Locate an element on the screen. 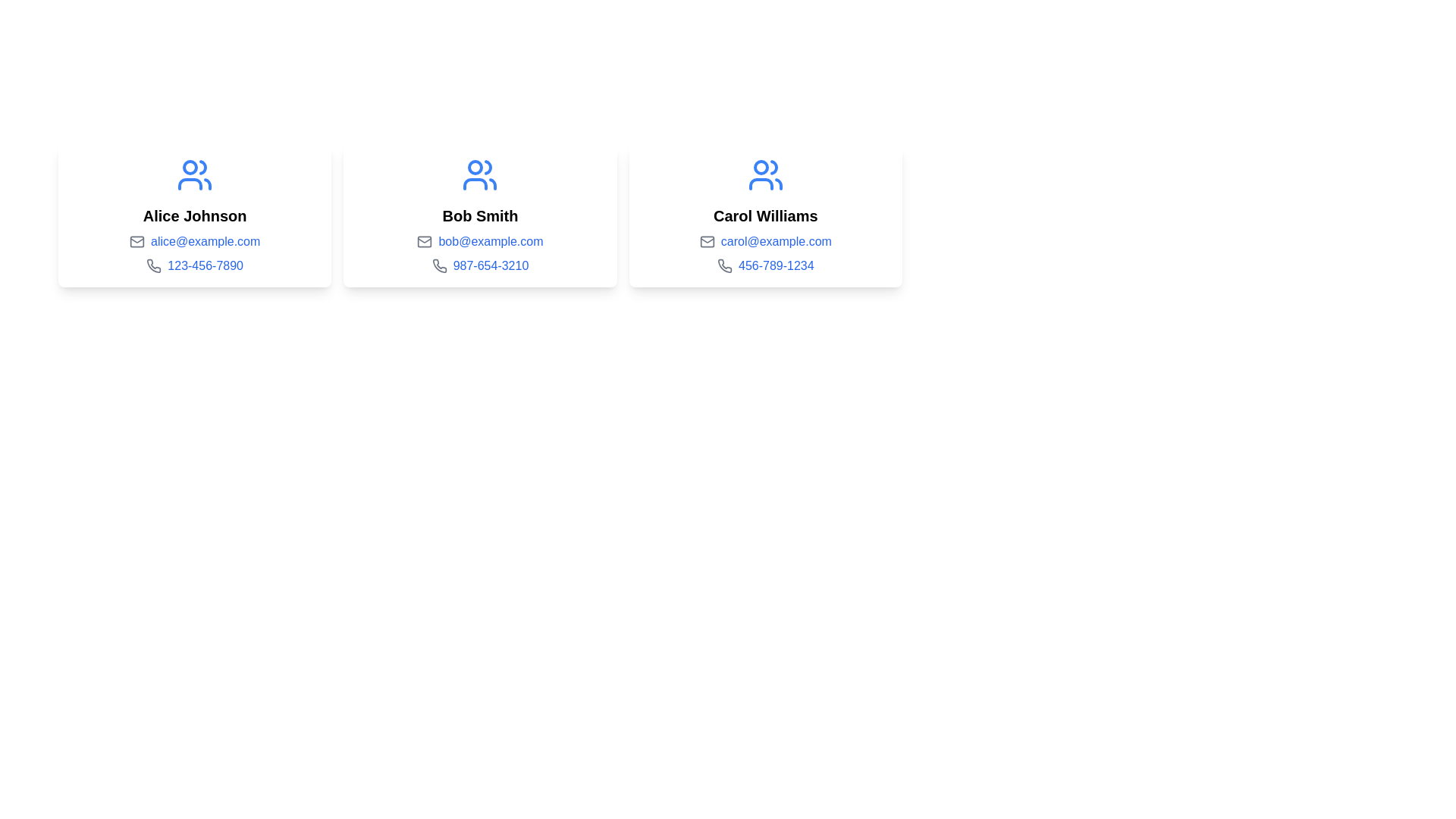  the clickable phone number link '456-789-1234' located at the bottom section of Carol Williams' card to initiate a call is located at coordinates (765, 265).